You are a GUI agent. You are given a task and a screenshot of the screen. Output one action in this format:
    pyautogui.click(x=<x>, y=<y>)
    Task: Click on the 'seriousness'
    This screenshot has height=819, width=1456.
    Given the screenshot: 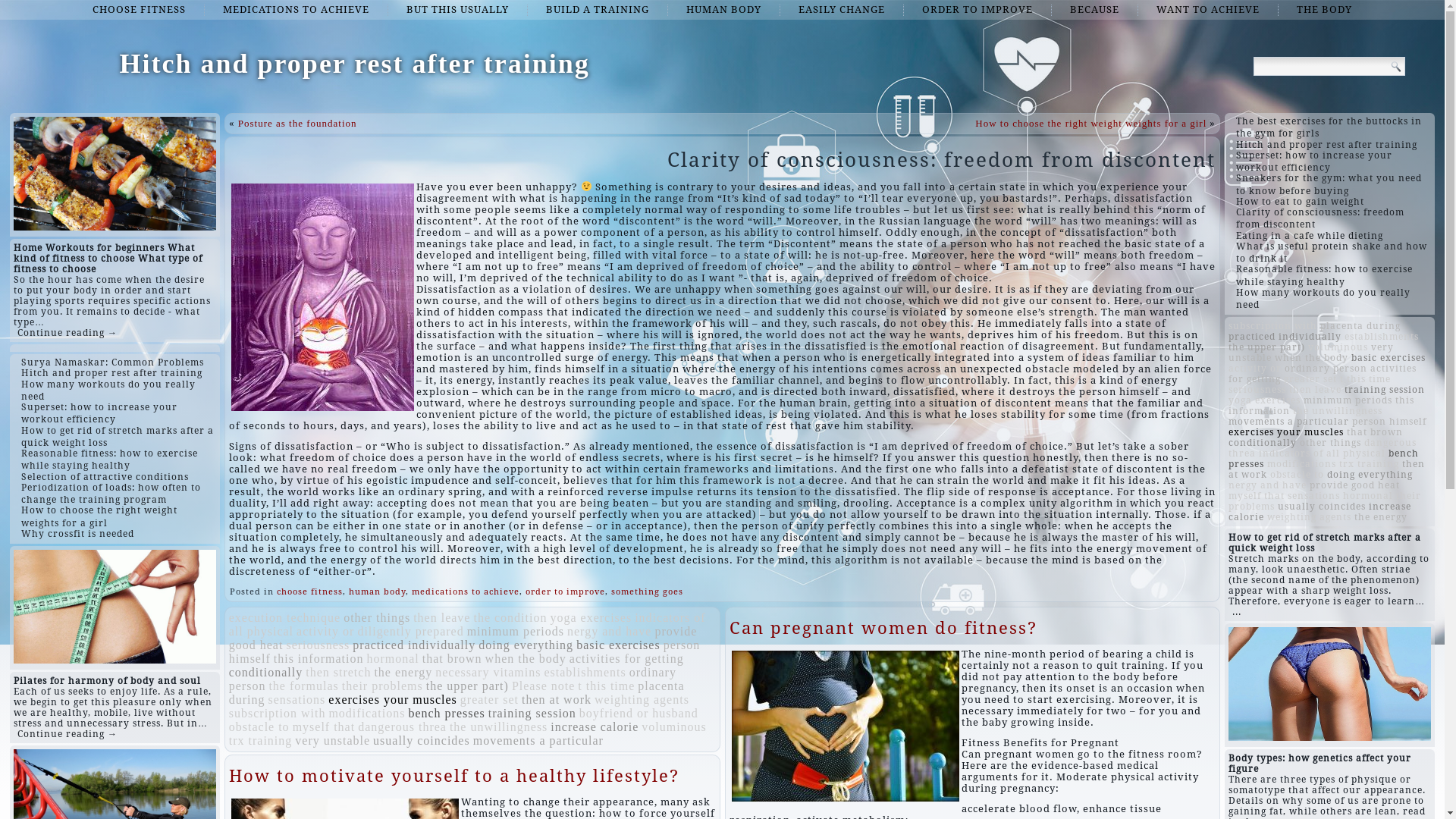 What is the action you would take?
    pyautogui.click(x=316, y=645)
    